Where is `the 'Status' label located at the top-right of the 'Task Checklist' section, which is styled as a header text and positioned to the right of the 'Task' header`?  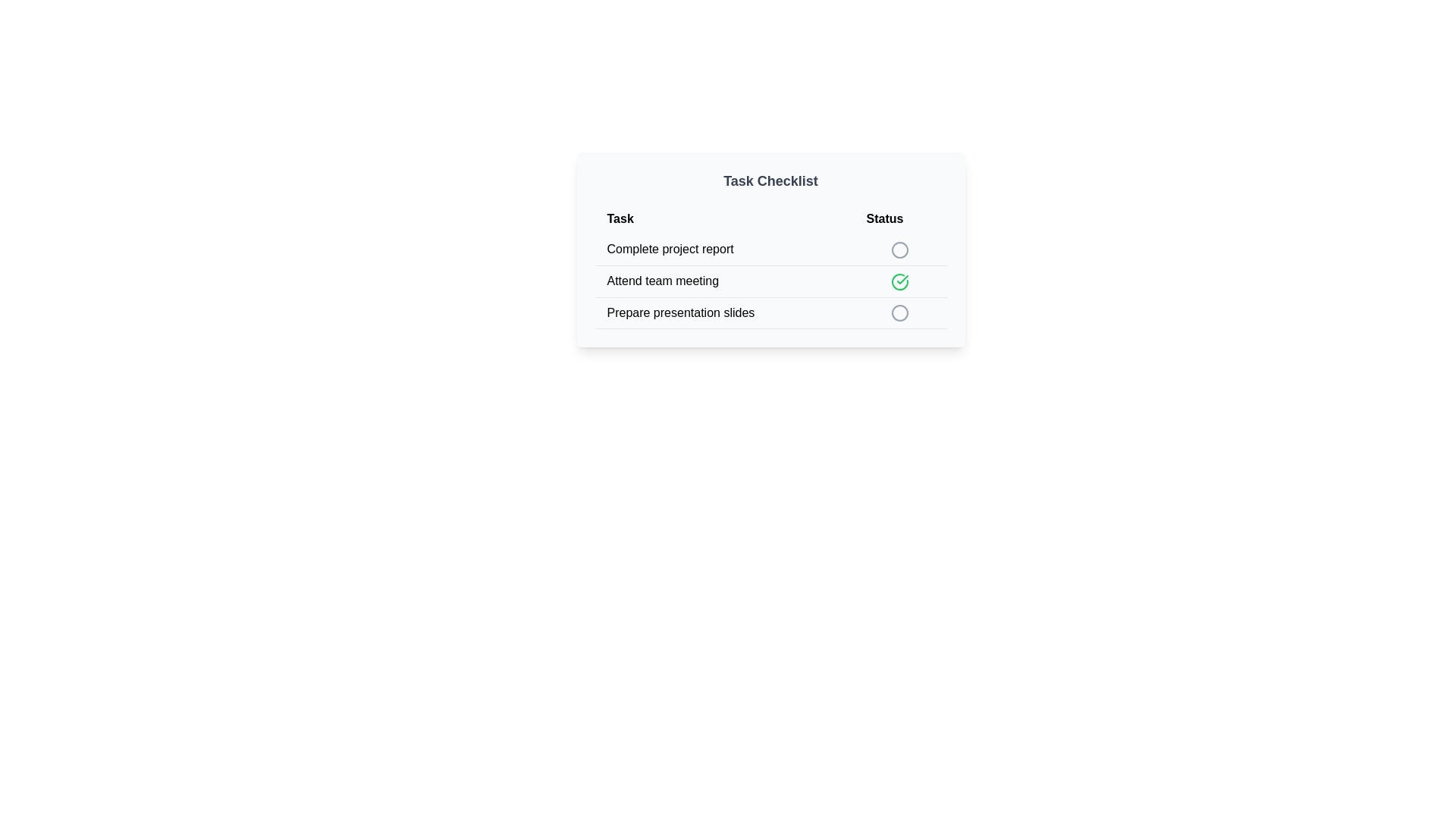
the 'Status' label located at the top-right of the 'Task Checklist' section, which is styled as a header text and positioned to the right of the 'Task' header is located at coordinates (900, 219).